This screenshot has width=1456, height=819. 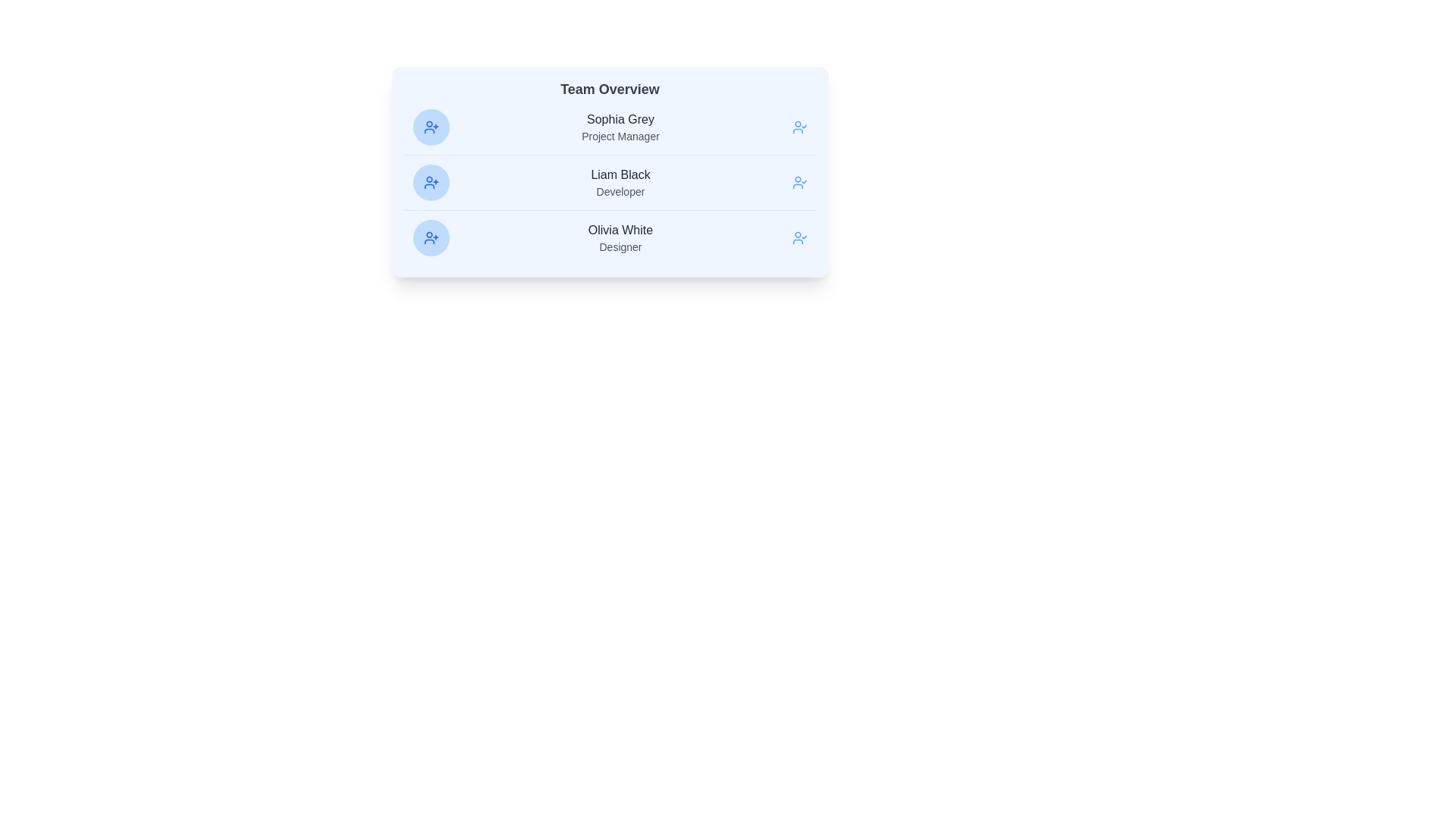 I want to click on the user icon with a check mark located to the right of 'Olivia White' to confirm a choice, so click(x=799, y=237).